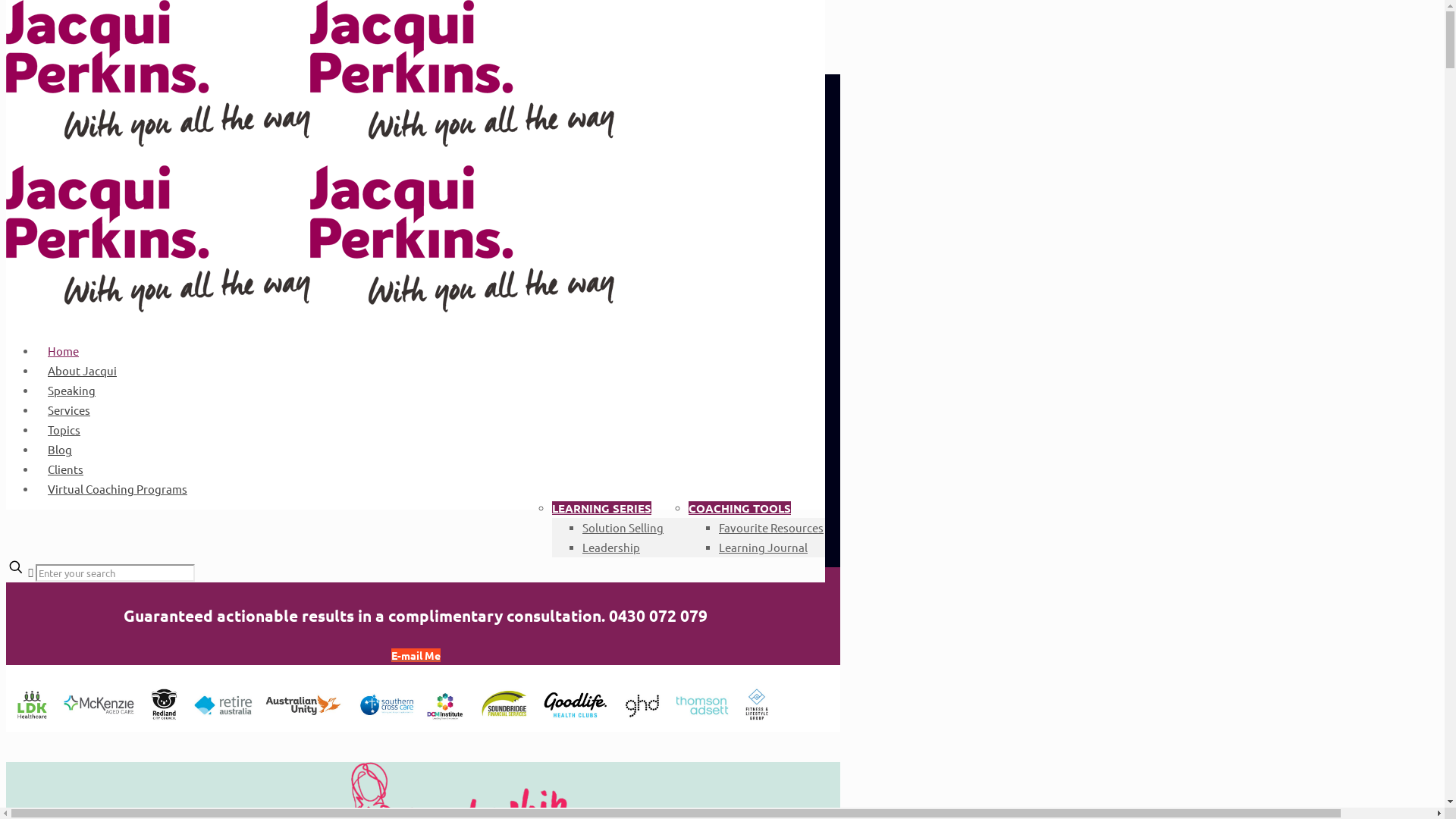 The image size is (1456, 819). Describe the element at coordinates (71, 389) in the screenshot. I see `'Speaking'` at that location.